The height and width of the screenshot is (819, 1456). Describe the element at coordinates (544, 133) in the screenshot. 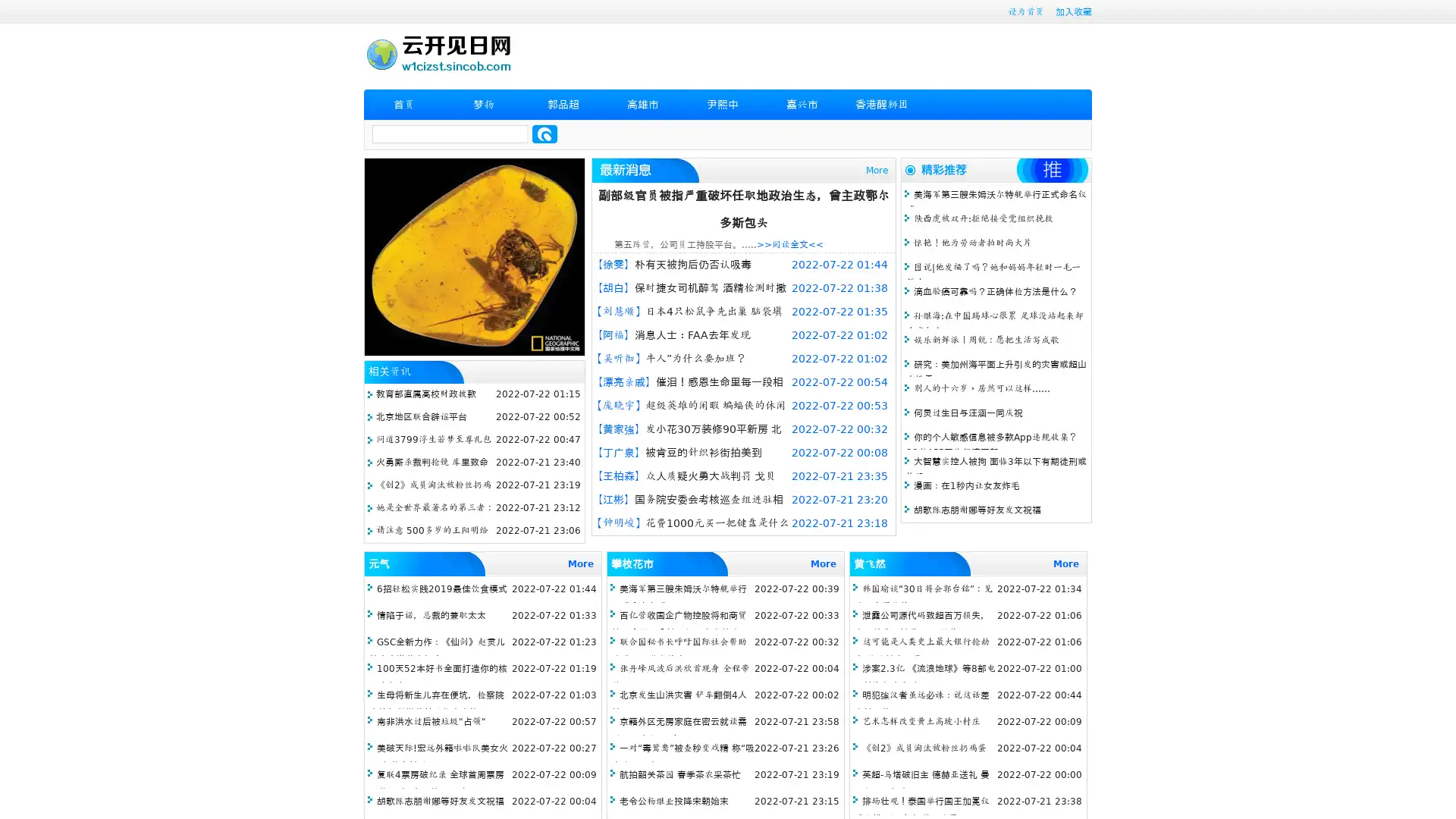

I see `Search` at that location.